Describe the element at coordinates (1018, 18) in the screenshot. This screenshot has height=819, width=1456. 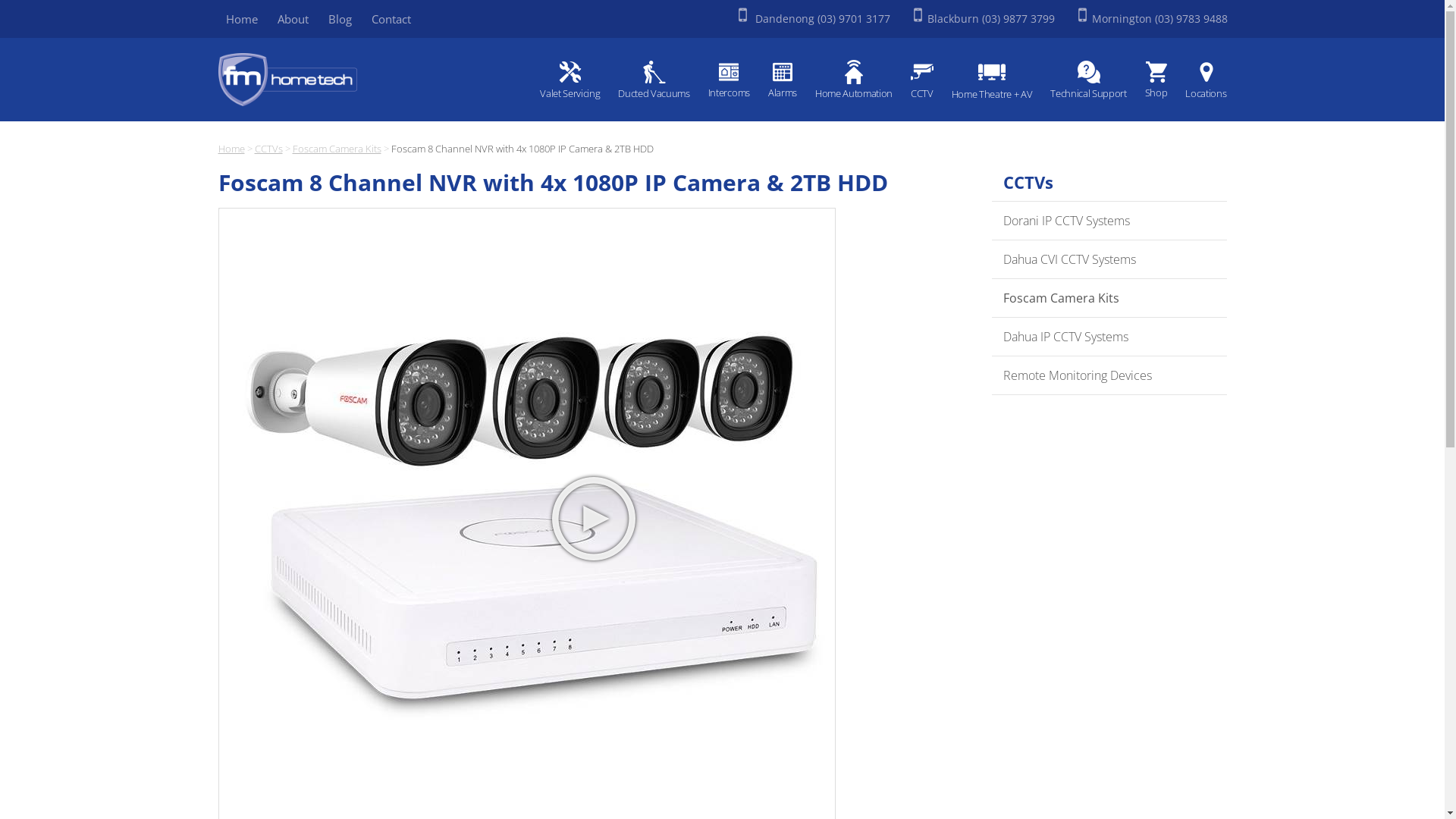
I see `'(03) 9877 3799'` at that location.